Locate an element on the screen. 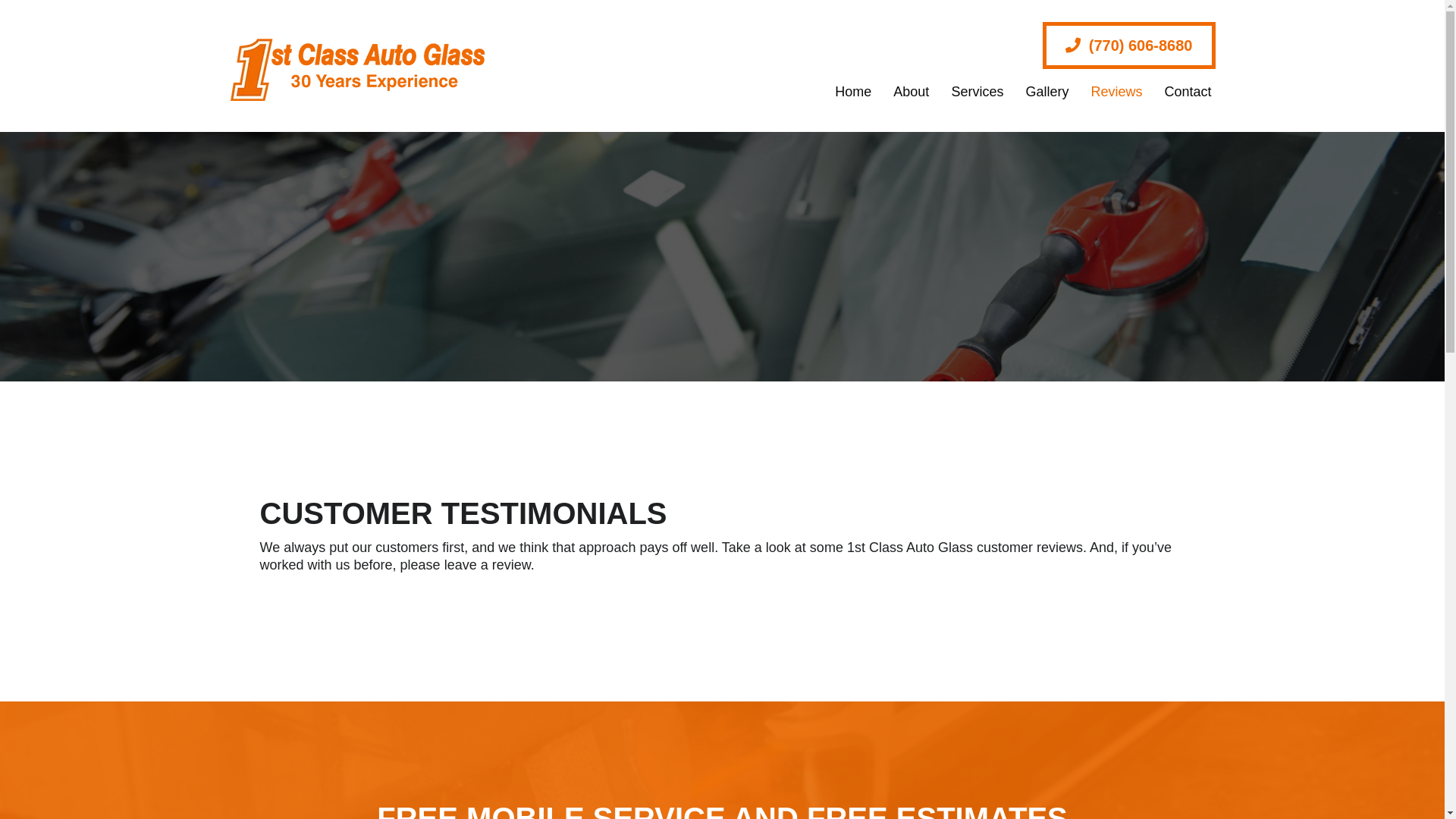 This screenshot has height=819, width=1456. 'Contact' is located at coordinates (1179, 91).